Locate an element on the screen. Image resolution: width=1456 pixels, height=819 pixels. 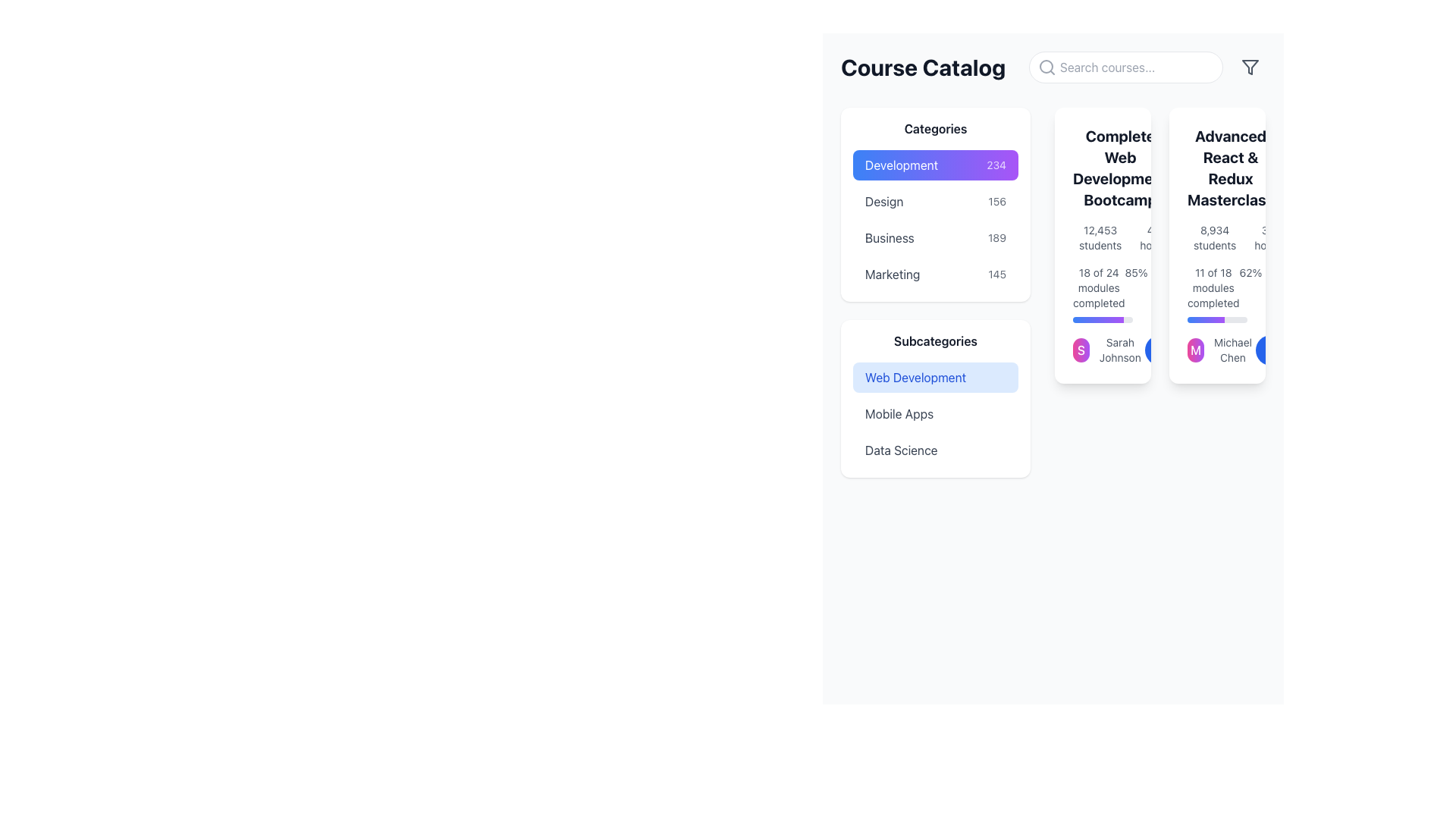
the 'Business' category label located within the 'Categories' group is located at coordinates (890, 237).